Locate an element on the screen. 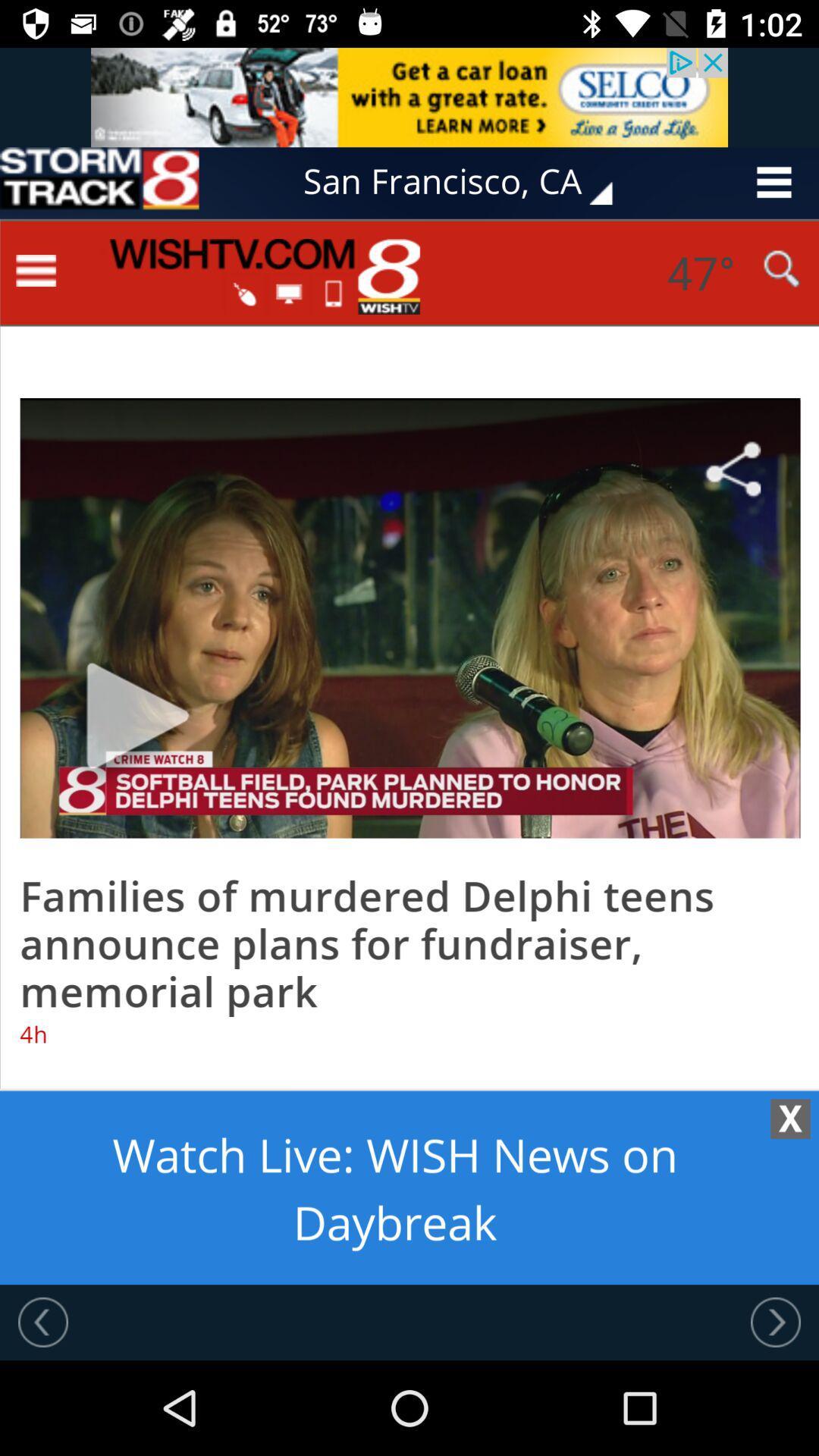 The height and width of the screenshot is (1456, 819). screen is located at coordinates (409, 752).